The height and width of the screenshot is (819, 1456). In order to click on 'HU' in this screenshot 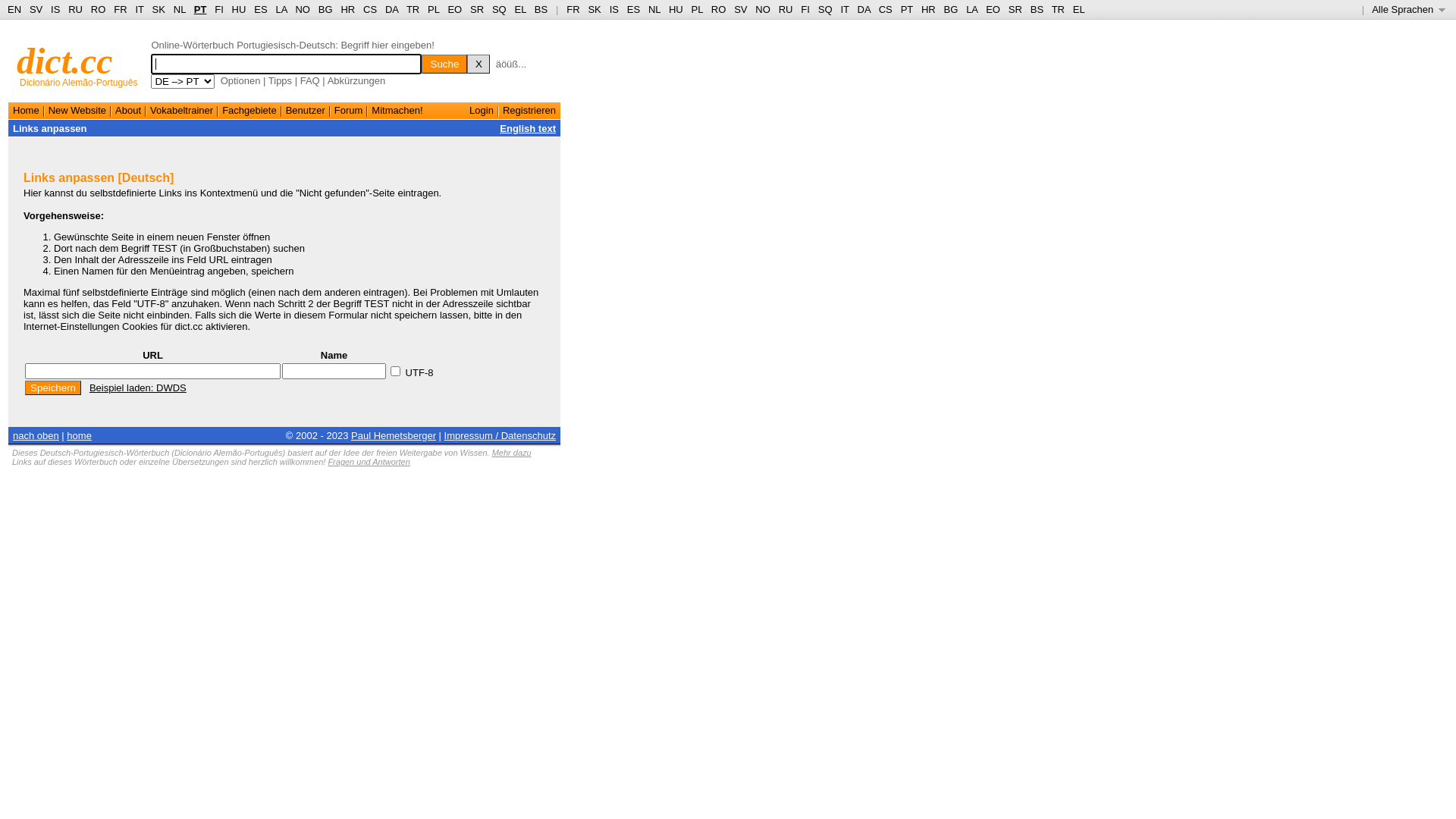, I will do `click(675, 9)`.